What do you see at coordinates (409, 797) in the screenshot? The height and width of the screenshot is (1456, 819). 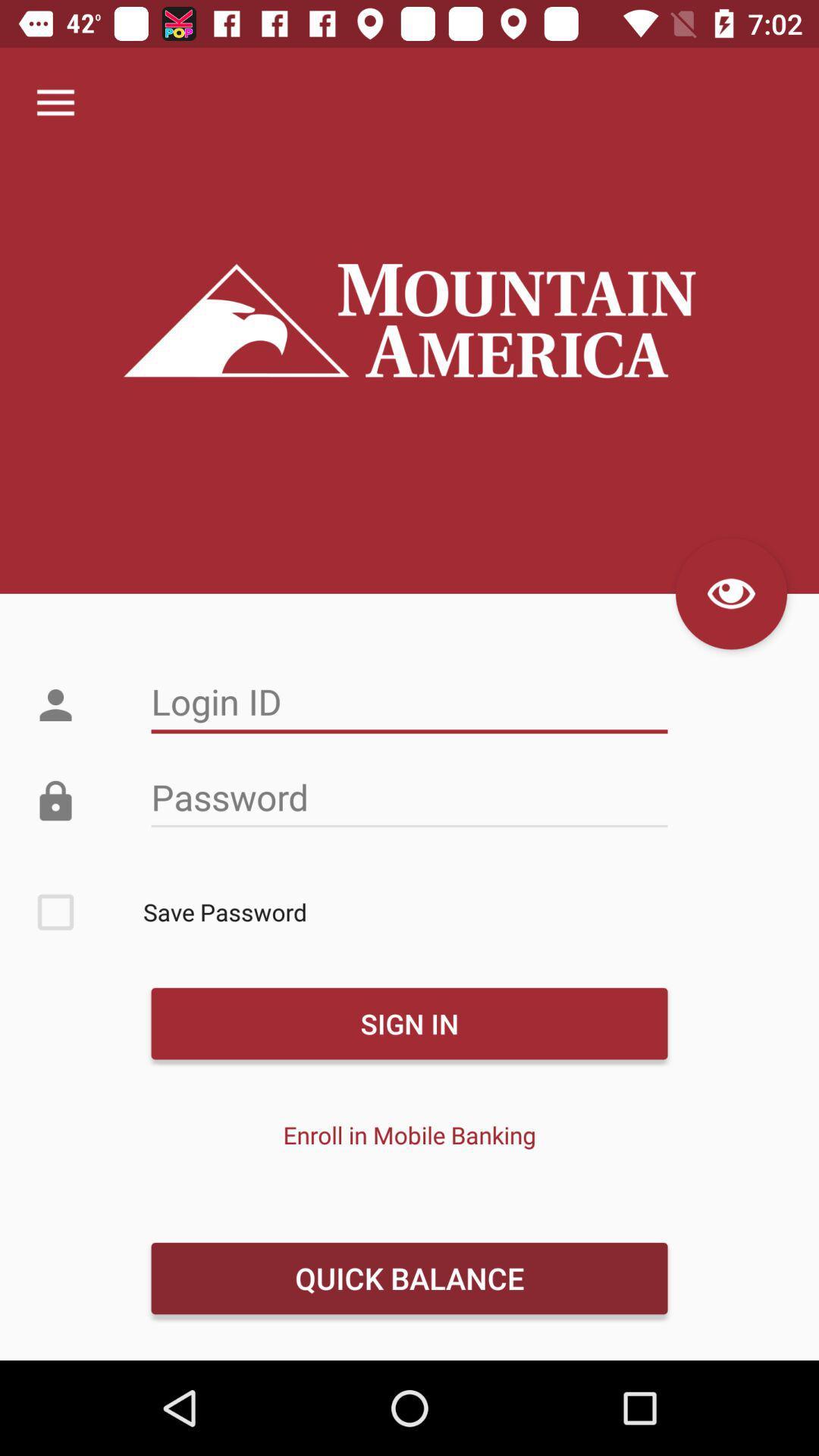 I see `password` at bounding box center [409, 797].